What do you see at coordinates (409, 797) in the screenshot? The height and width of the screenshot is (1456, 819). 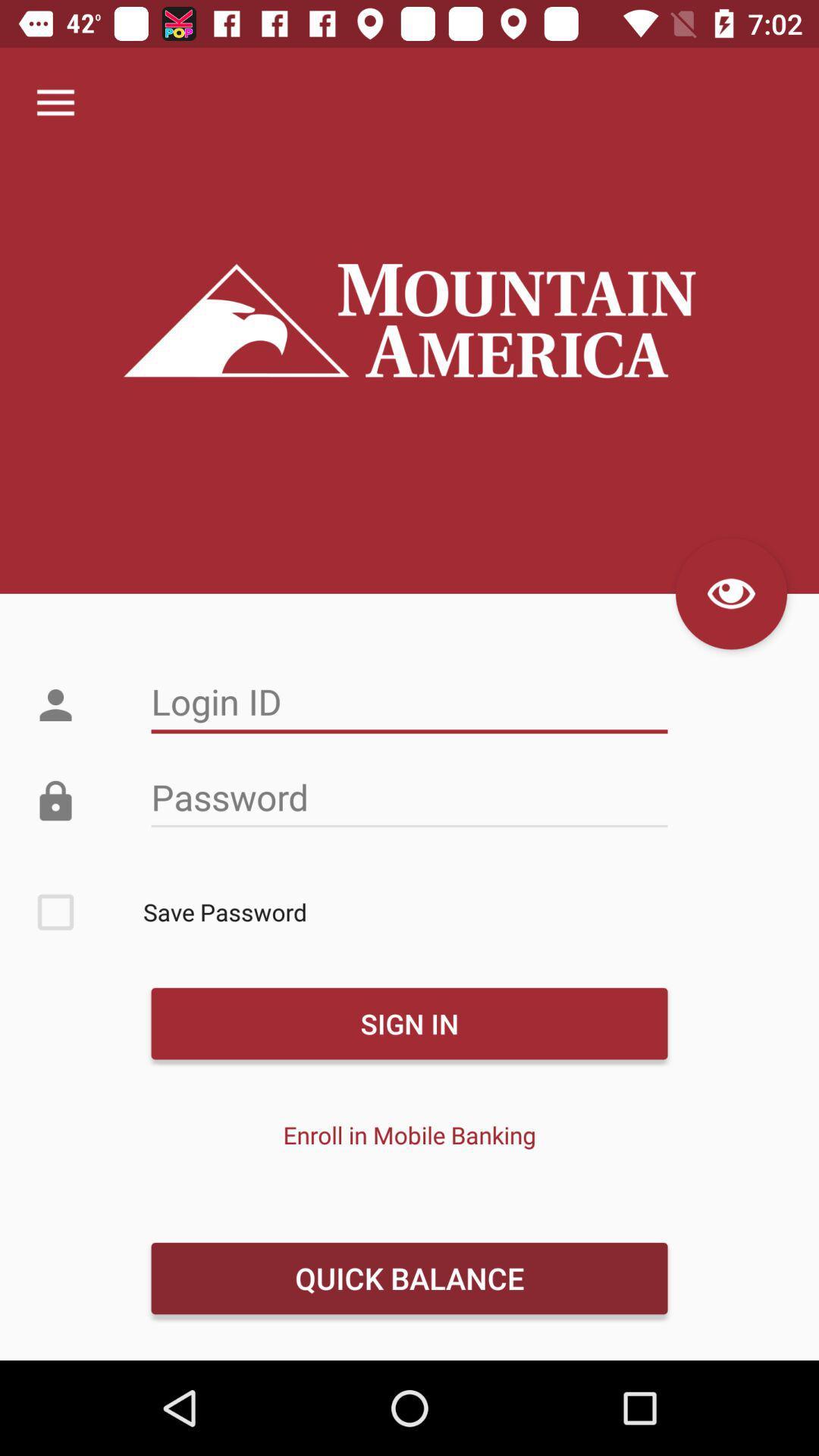 I see `password` at bounding box center [409, 797].